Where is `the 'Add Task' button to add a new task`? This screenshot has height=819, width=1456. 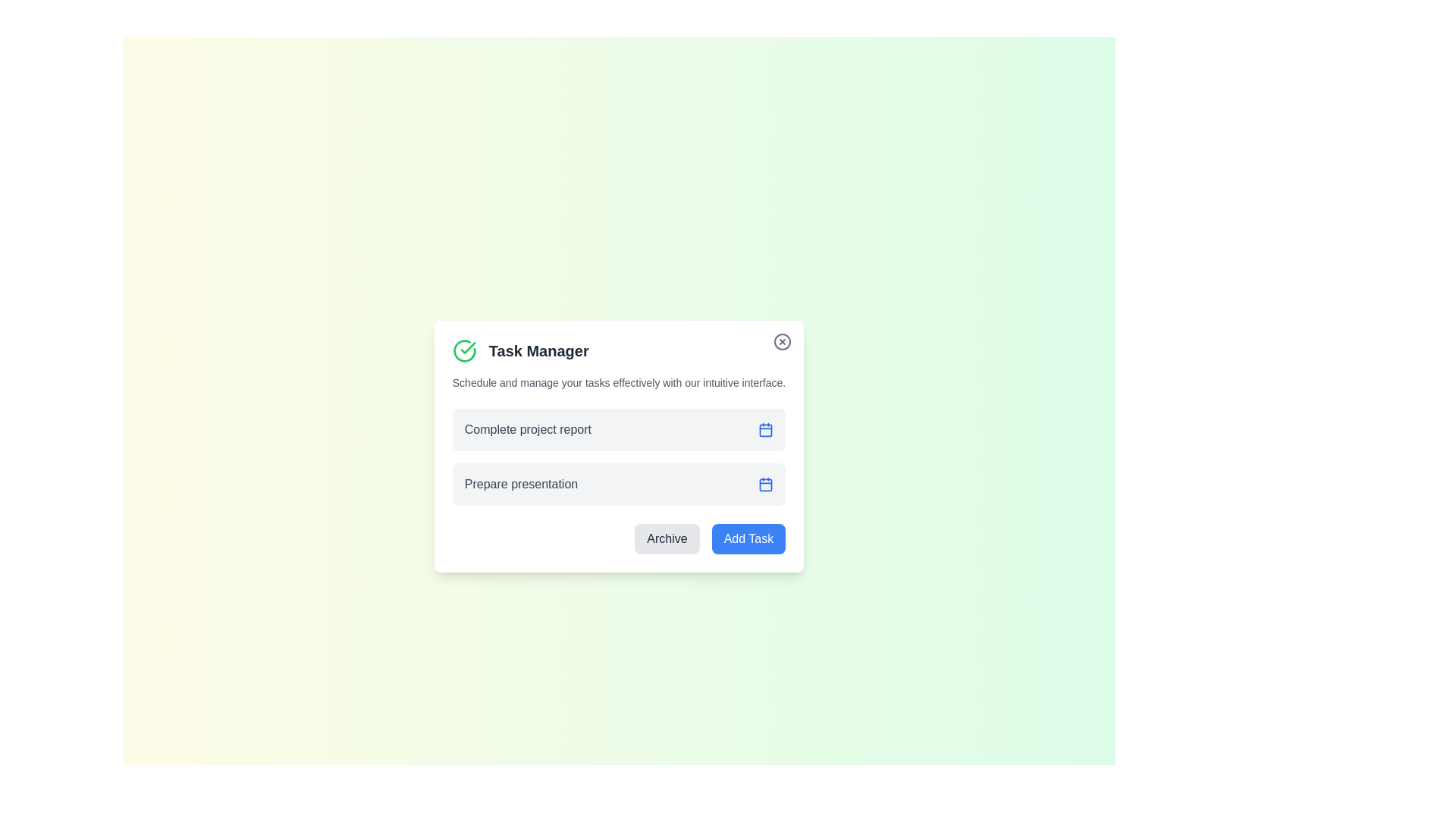
the 'Add Task' button to add a new task is located at coordinates (748, 538).